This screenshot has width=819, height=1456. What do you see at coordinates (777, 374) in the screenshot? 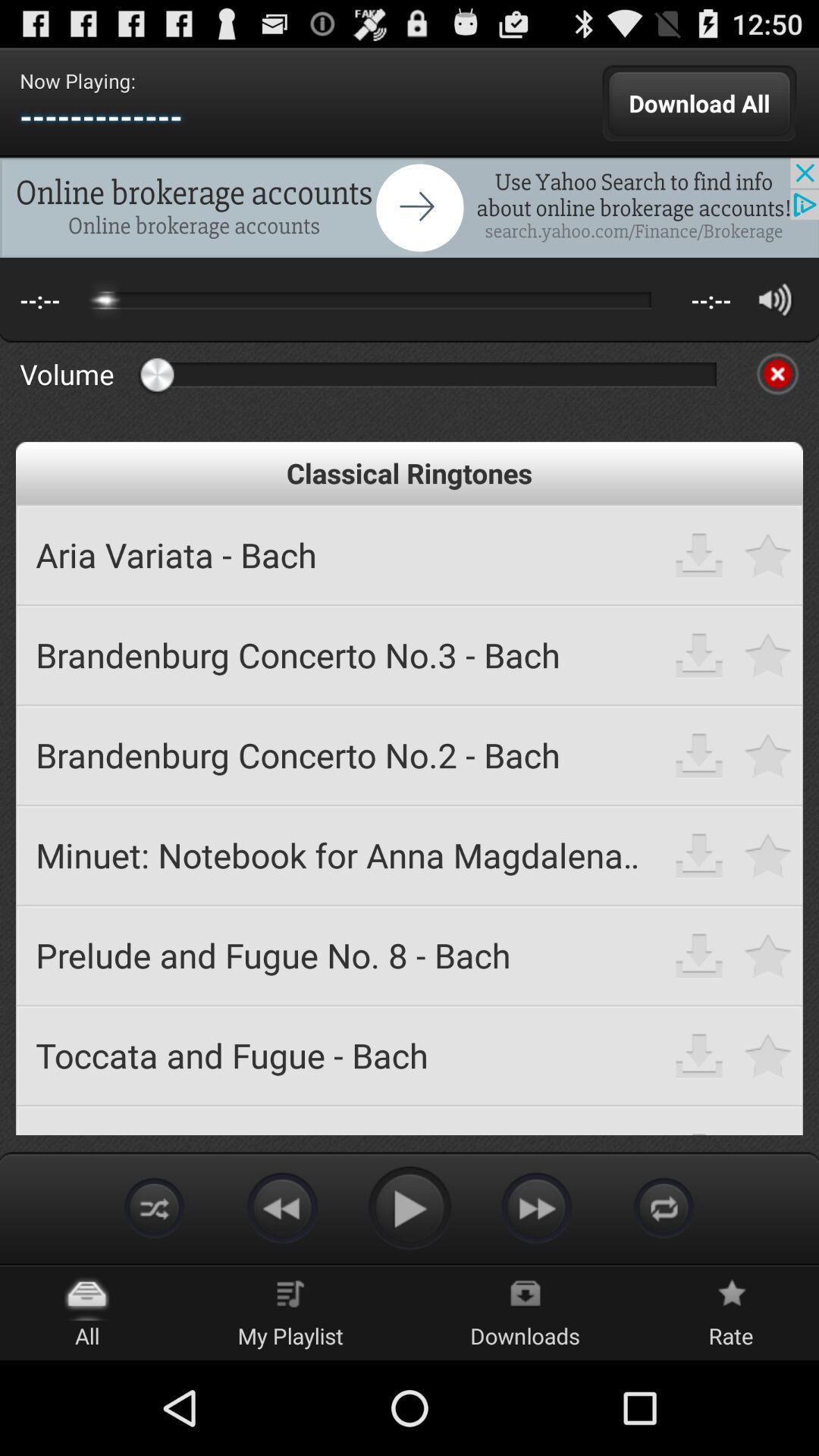
I see `cancel app` at bounding box center [777, 374].